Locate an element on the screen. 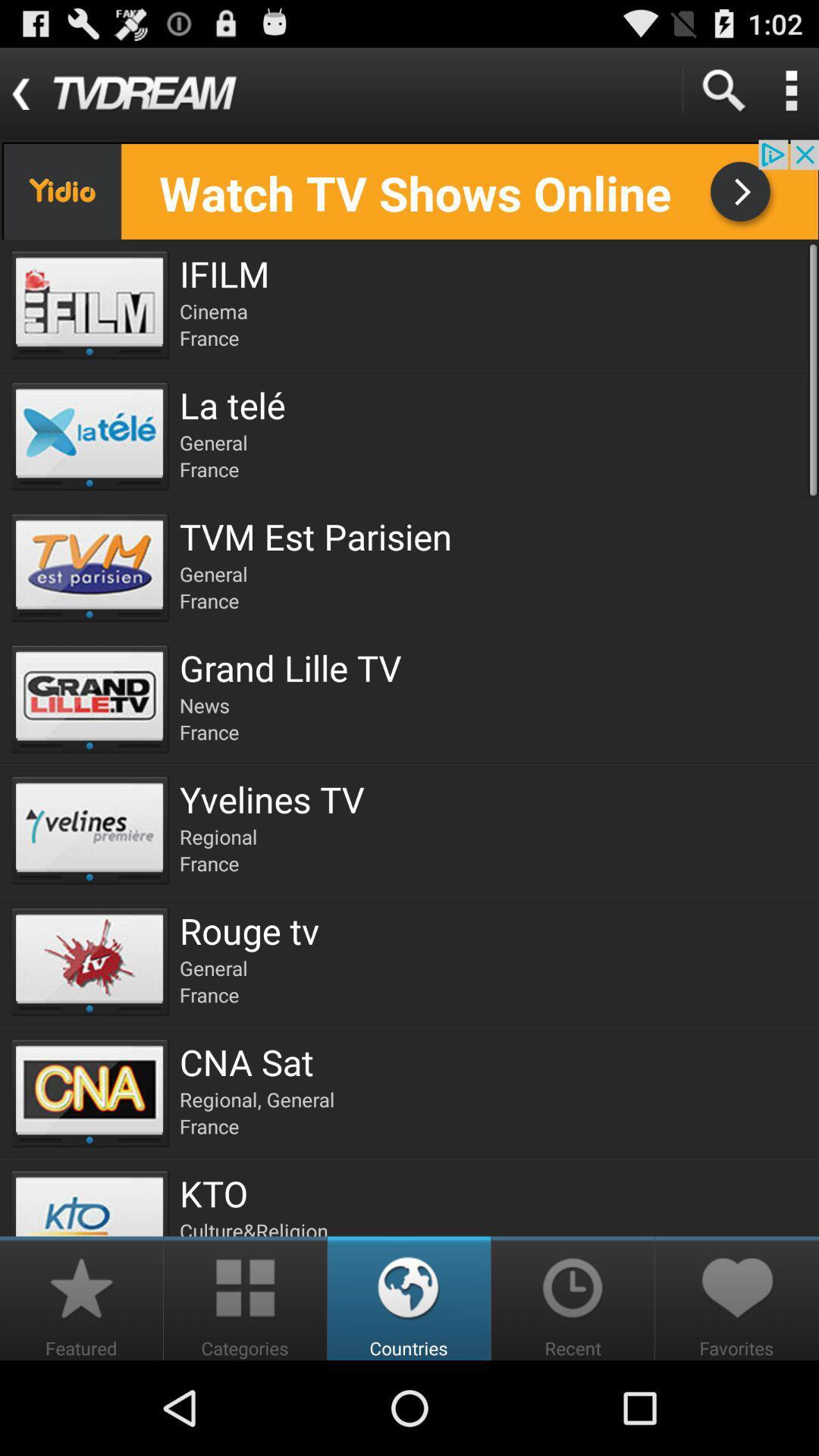 Image resolution: width=819 pixels, height=1456 pixels. the search icon is located at coordinates (722, 96).